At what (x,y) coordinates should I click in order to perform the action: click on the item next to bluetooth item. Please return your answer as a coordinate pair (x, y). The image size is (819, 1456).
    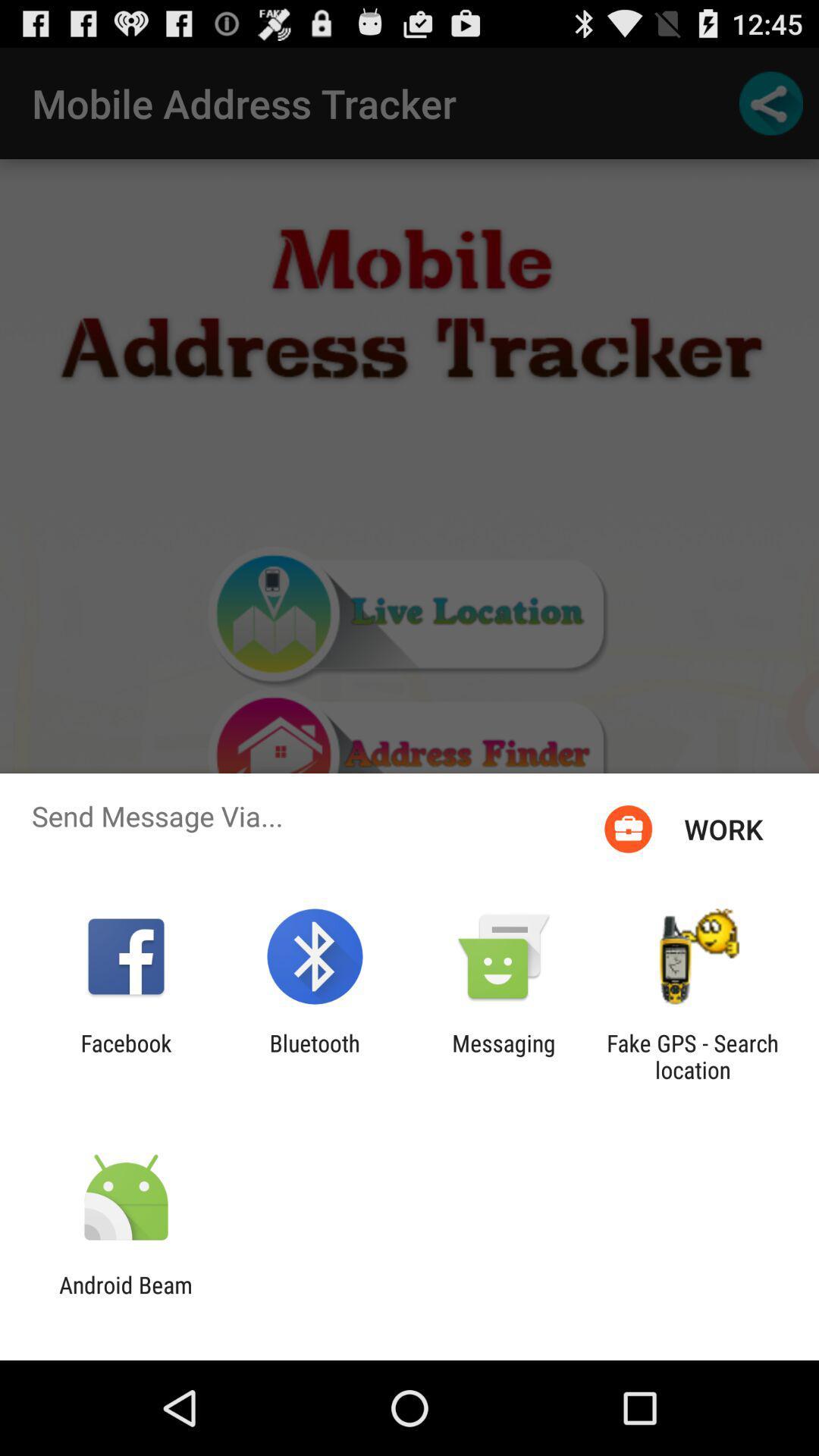
    Looking at the image, I should click on (125, 1056).